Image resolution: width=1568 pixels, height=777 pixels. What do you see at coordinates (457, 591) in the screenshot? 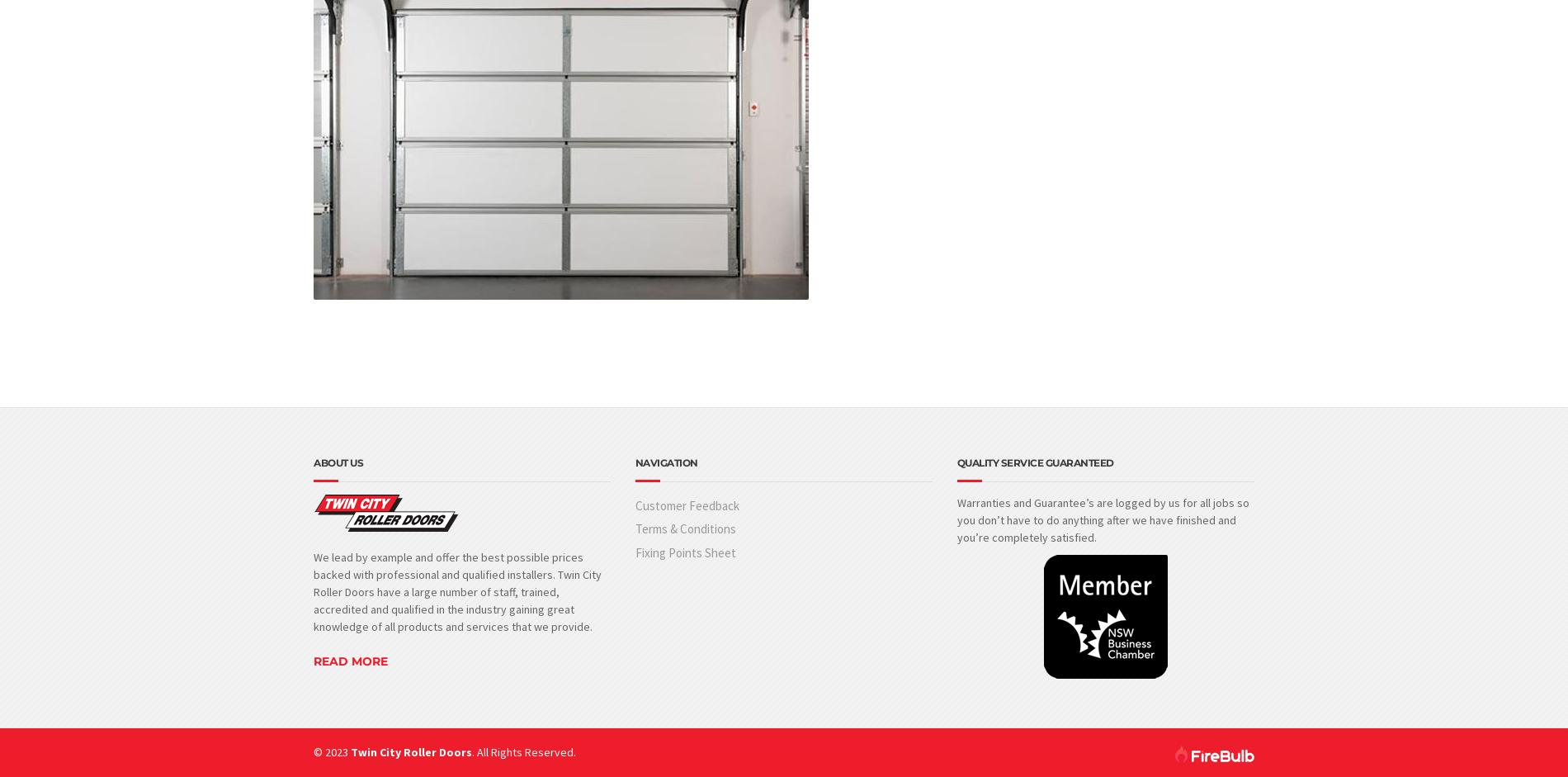
I see `'We lead by example and offer the best possible prices backed with professional and qualified installers. Twin City Roller Doors have a large number of staff, trained, accredited and qualified in the industry gaining great knowledge of all products and services that we provide.'` at bounding box center [457, 591].